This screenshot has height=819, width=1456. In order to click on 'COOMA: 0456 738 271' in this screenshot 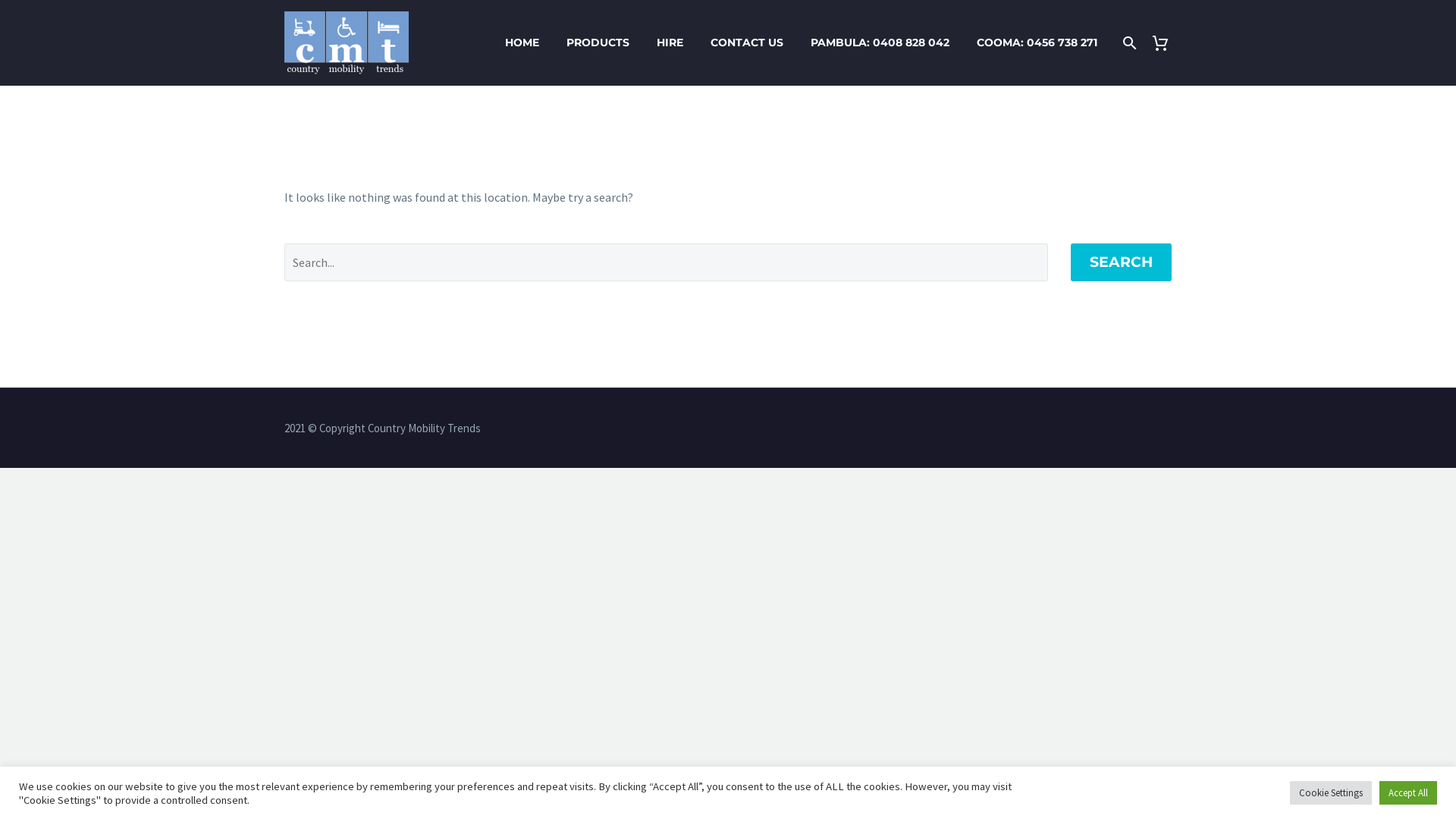, I will do `click(1036, 42)`.